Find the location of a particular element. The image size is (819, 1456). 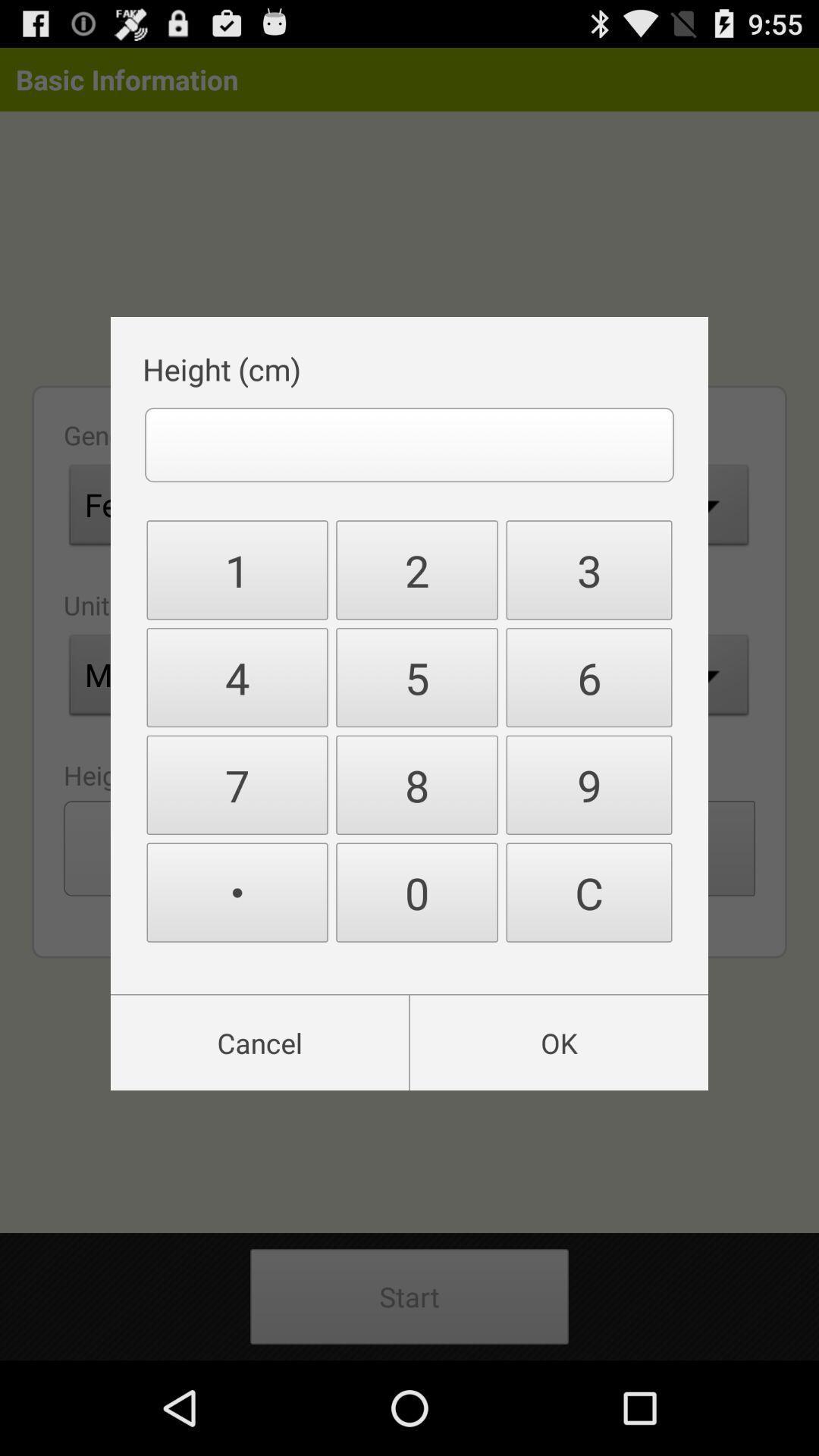

ok icon is located at coordinates (559, 1042).